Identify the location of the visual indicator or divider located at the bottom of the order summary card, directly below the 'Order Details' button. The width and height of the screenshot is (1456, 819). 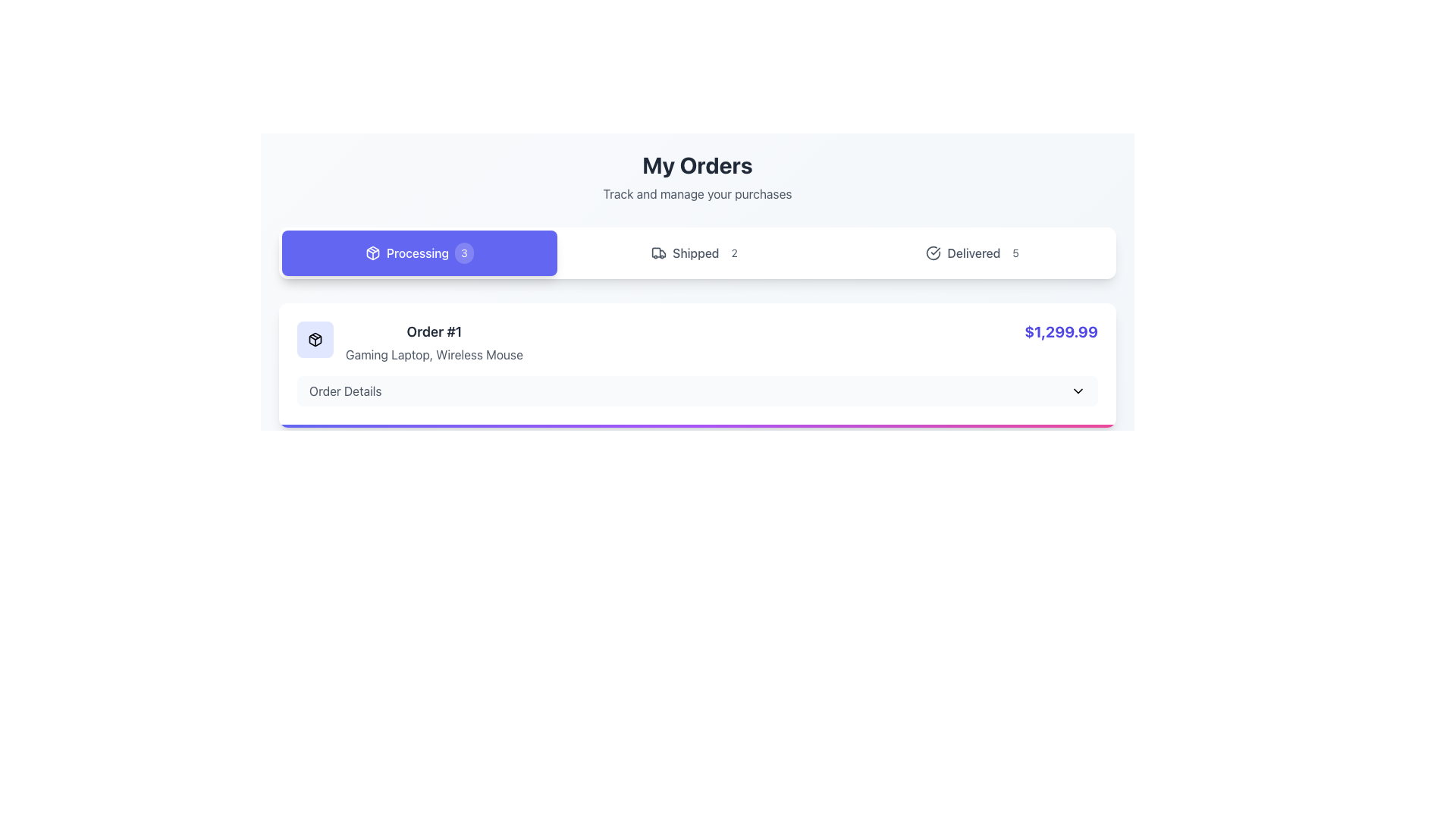
(697, 426).